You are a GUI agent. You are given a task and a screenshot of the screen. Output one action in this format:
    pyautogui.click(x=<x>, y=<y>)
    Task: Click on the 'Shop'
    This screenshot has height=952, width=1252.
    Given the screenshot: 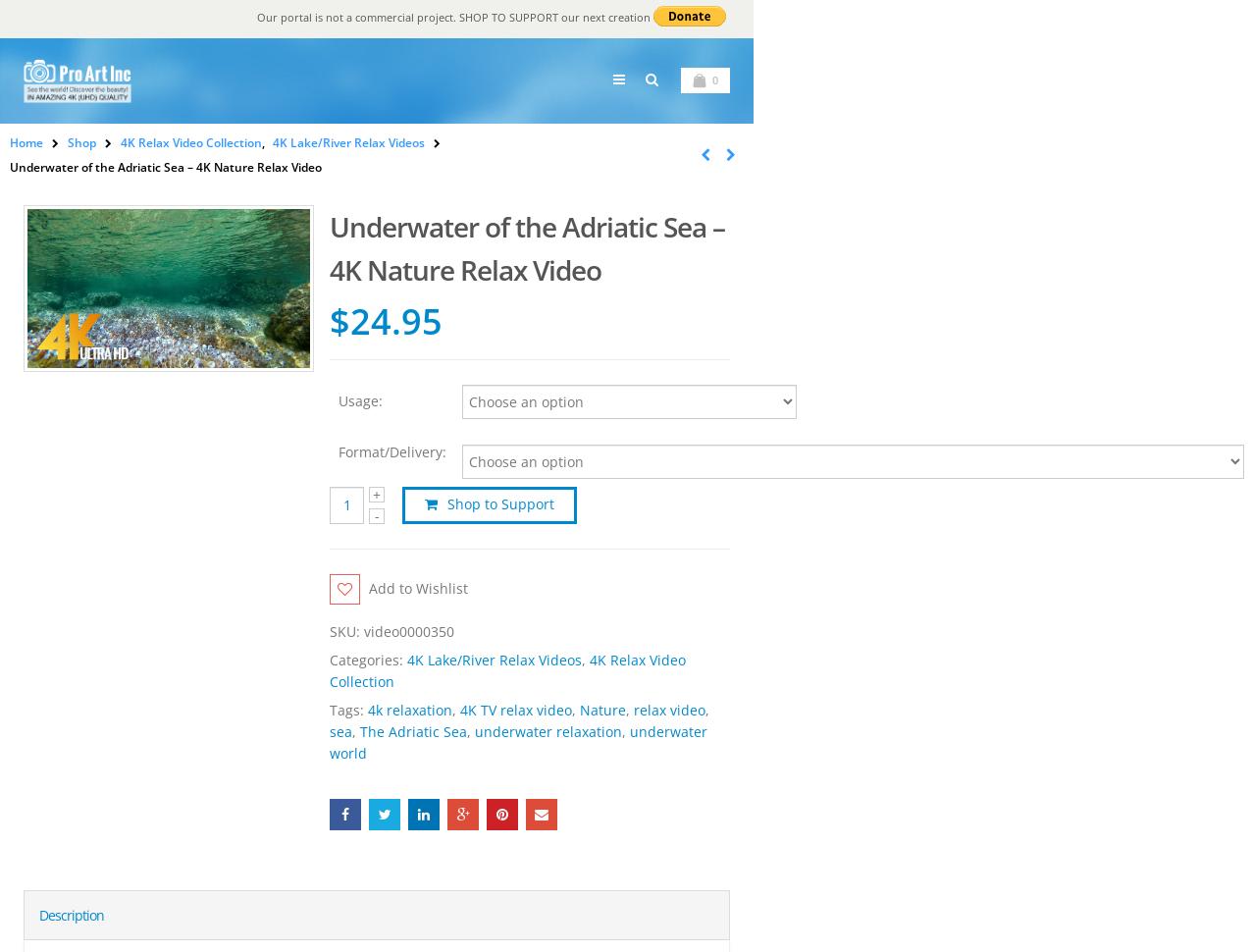 What is the action you would take?
    pyautogui.click(x=80, y=141)
    